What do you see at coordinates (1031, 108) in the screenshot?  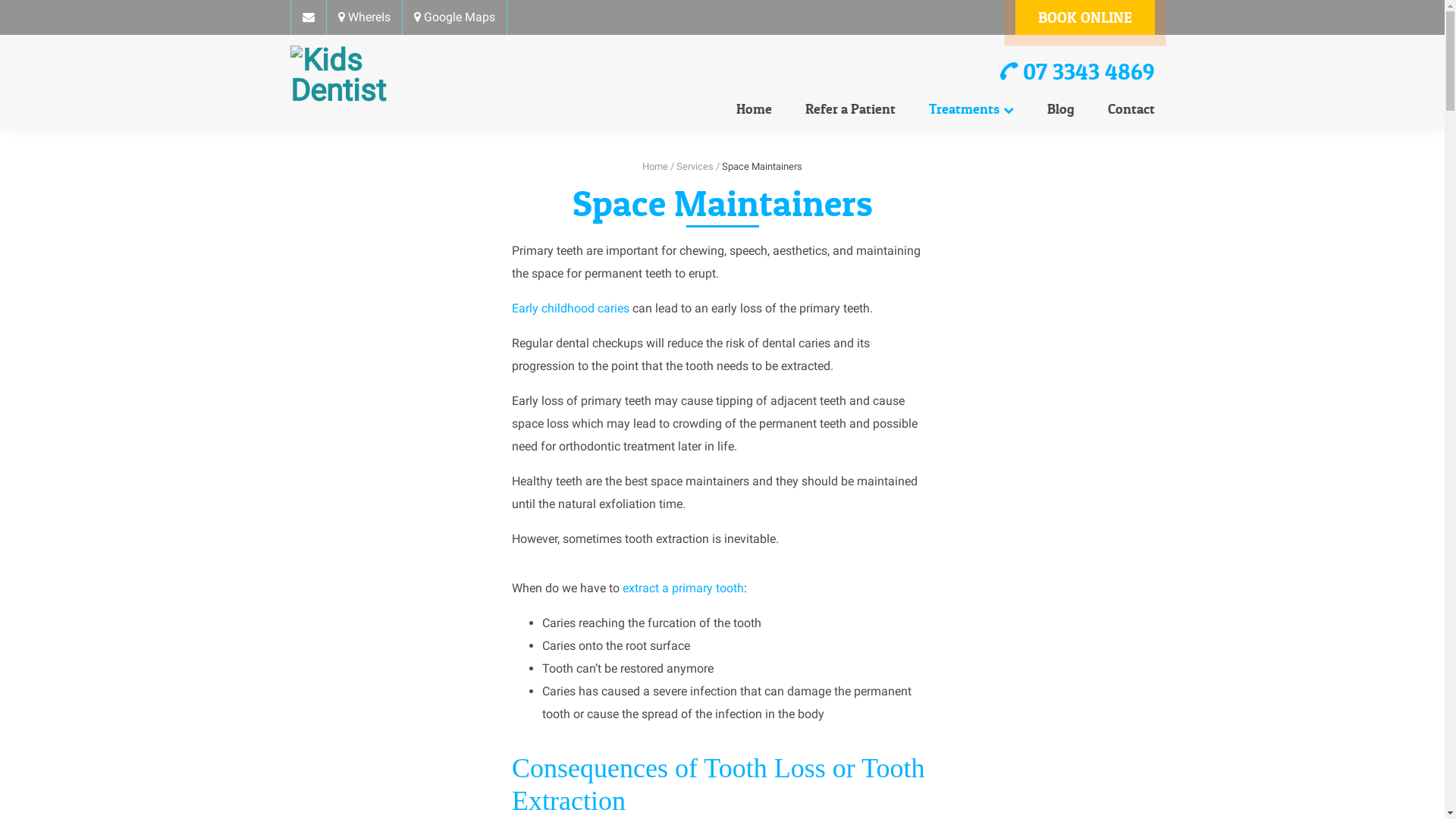 I see `'Blog'` at bounding box center [1031, 108].